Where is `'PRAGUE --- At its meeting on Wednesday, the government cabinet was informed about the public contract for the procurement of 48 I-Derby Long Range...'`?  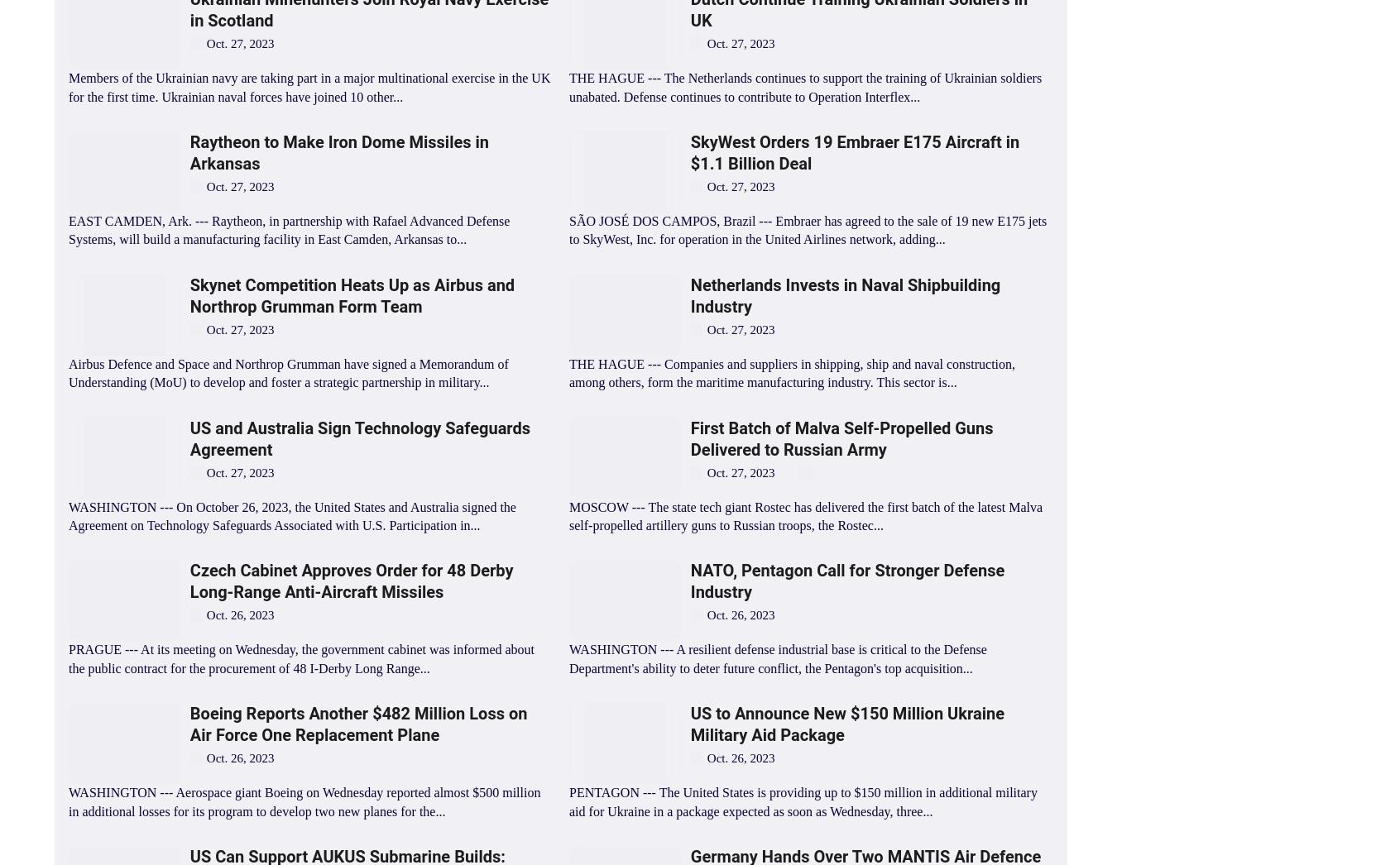
'PRAGUE --- At its meeting on Wednesday, the government cabinet was informed about the public contract for the procurement of 48 I-Derby Long Range...' is located at coordinates (69, 658).